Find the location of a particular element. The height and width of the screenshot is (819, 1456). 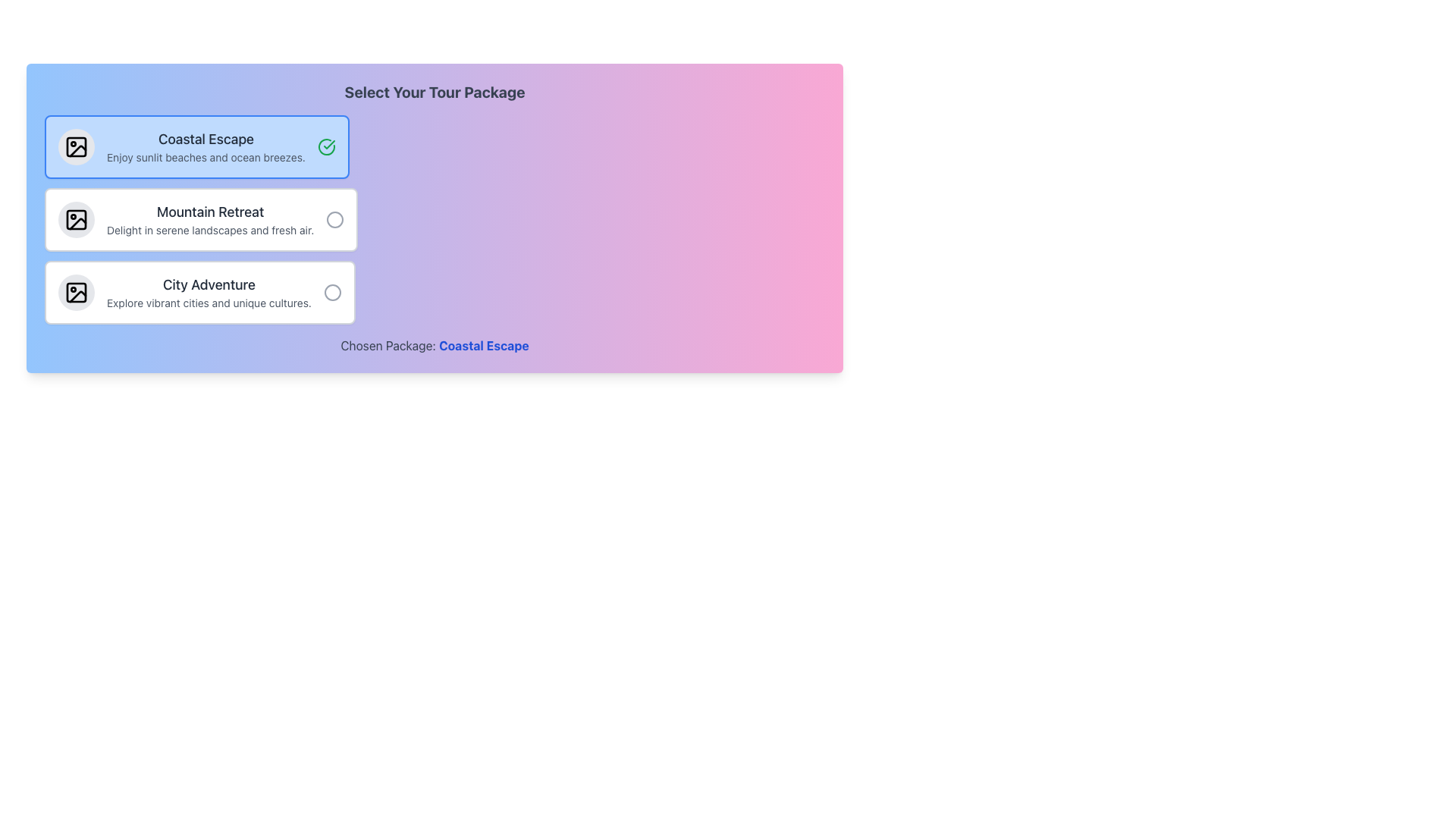

the text label indicating the name of the tour package option 'City Adventure', which is positioned as the header text within the third option of a list of tour packages is located at coordinates (208, 284).